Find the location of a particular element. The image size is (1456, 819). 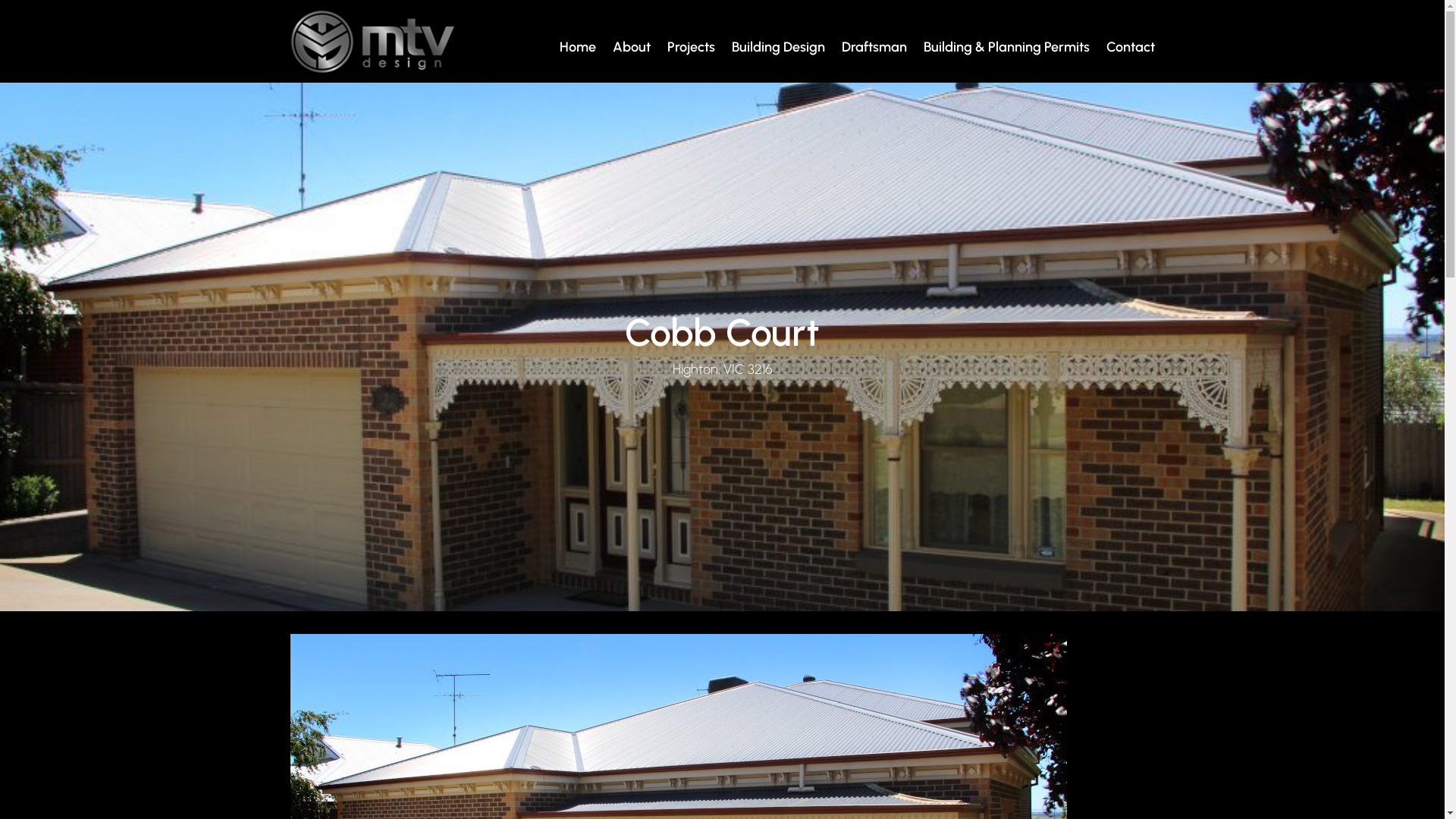

'Building Design' is located at coordinates (775, 46).